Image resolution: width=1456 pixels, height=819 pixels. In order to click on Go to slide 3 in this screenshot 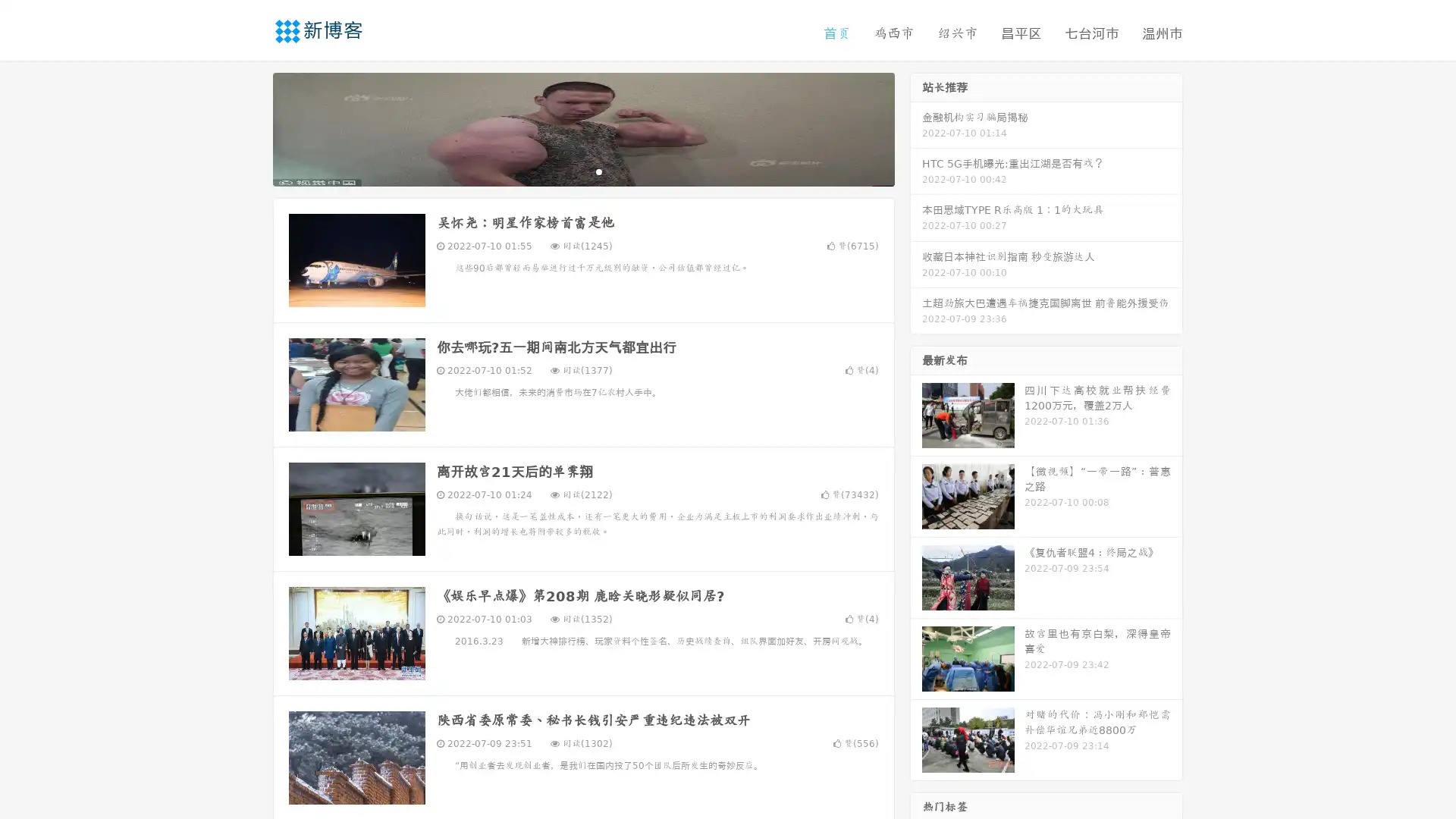, I will do `click(598, 171)`.